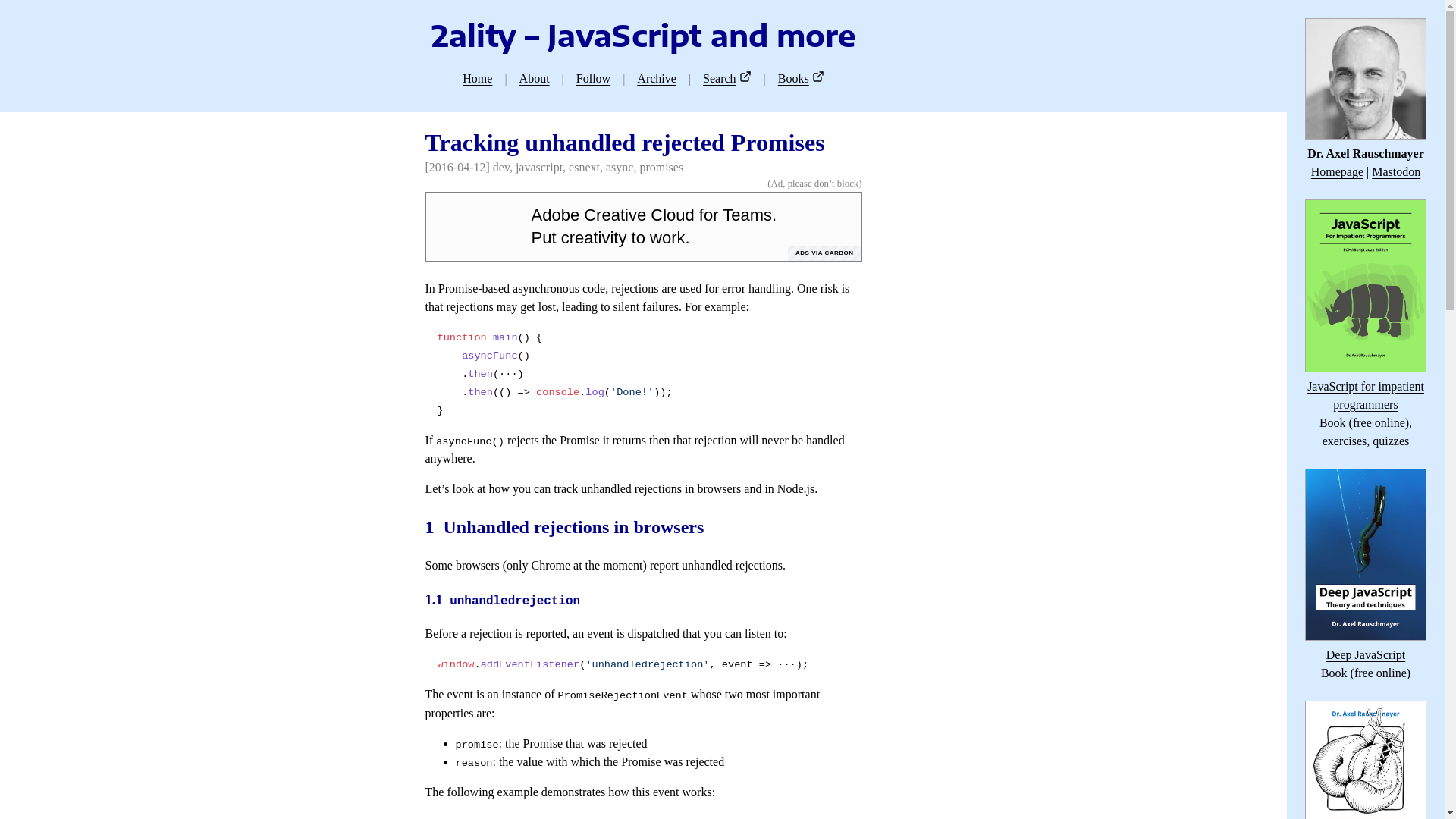 This screenshot has width=1456, height=819. I want to click on 'dev', so click(501, 167).